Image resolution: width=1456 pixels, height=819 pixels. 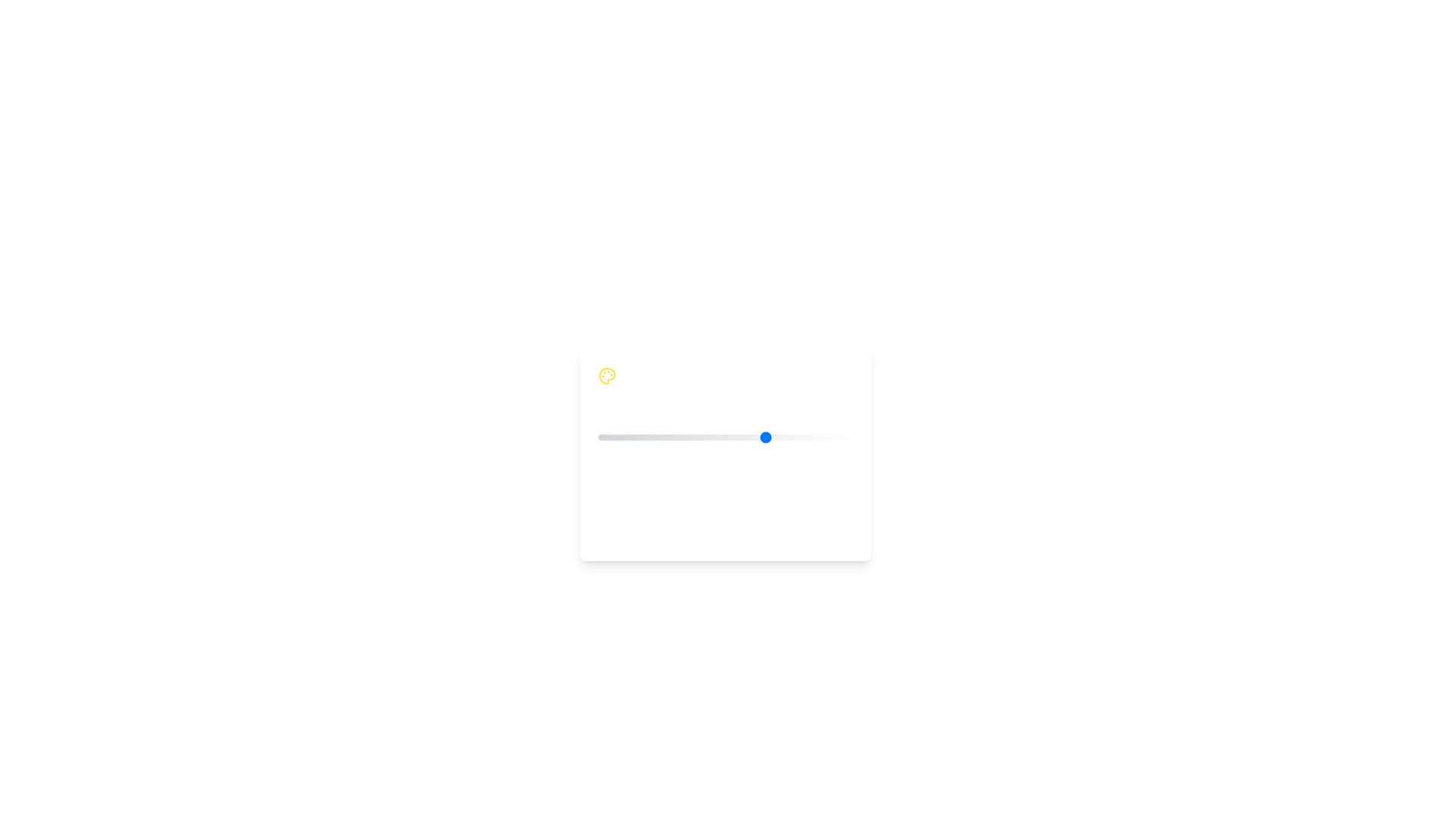 What do you see at coordinates (597, 438) in the screenshot?
I see `the mood slider to set the mood value to 1` at bounding box center [597, 438].